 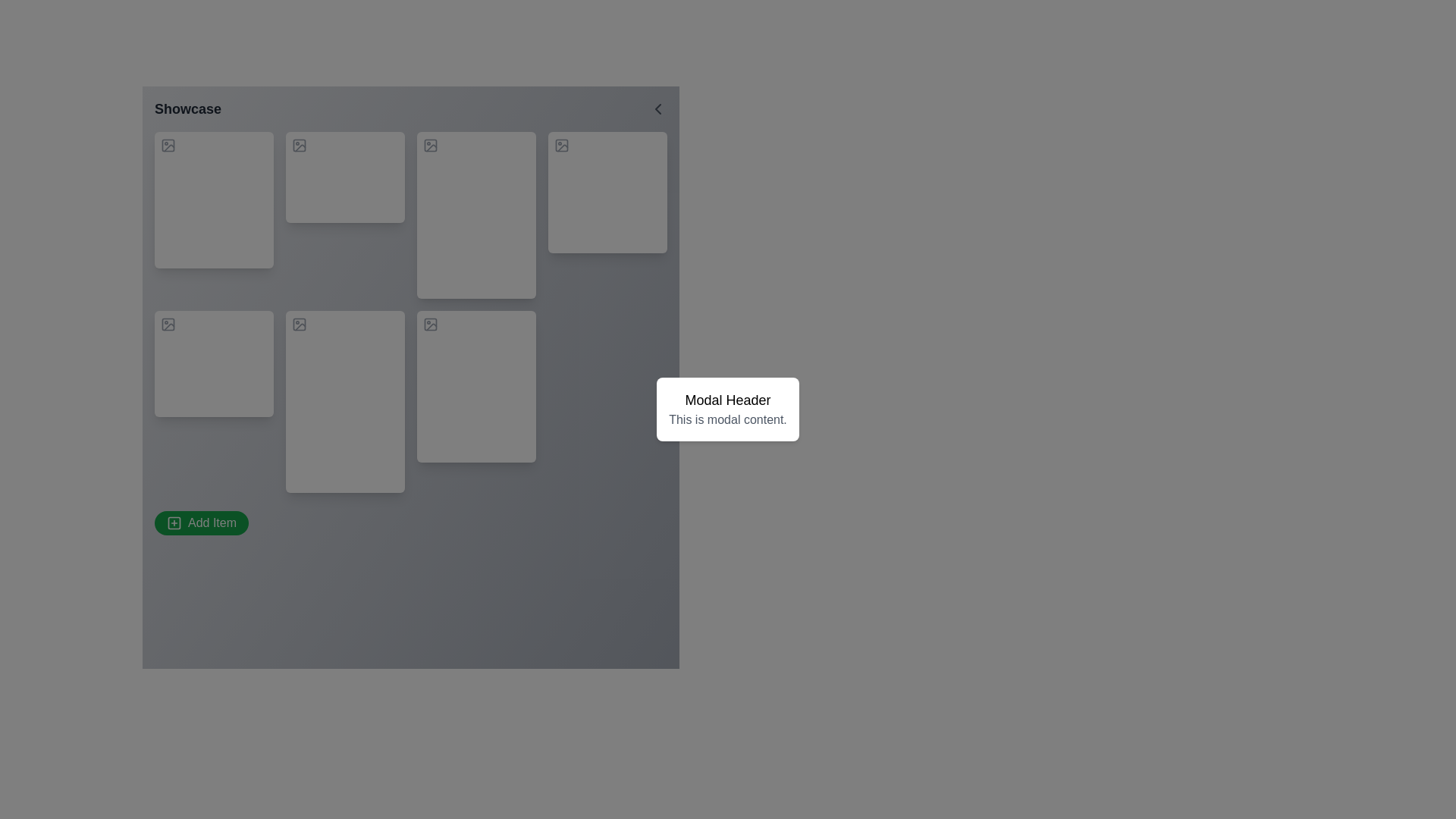 What do you see at coordinates (475, 215) in the screenshot?
I see `the third card in the top row of the grid layout` at bounding box center [475, 215].